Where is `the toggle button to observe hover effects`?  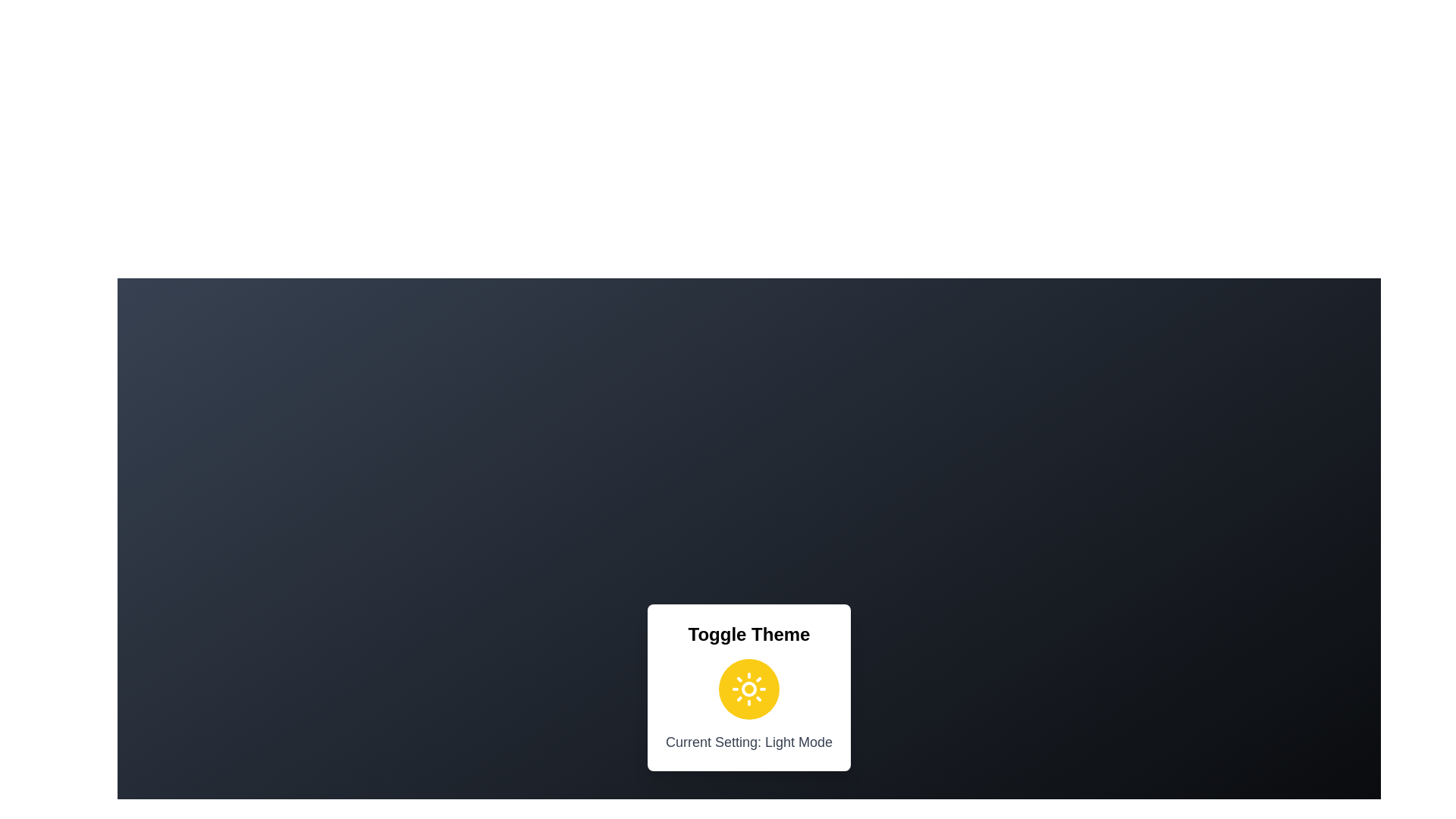
the toggle button to observe hover effects is located at coordinates (749, 689).